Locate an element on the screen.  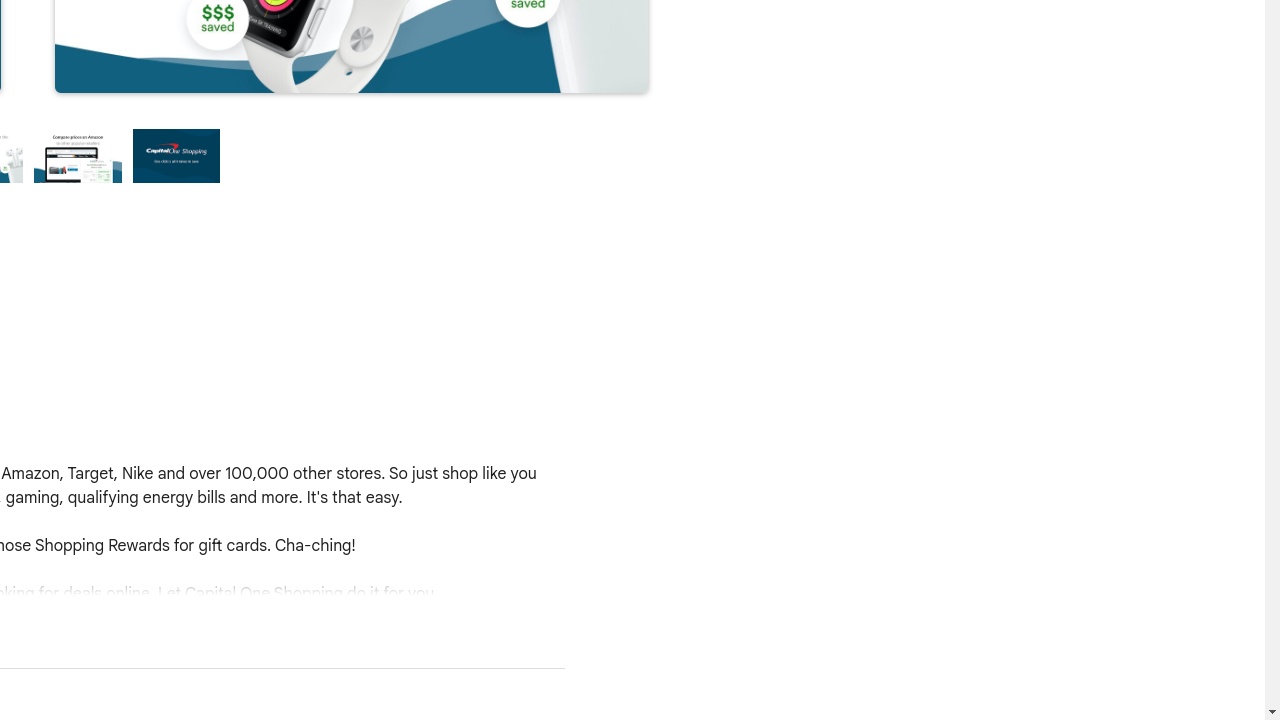
'Preview slide 4' is located at coordinates (177, 155).